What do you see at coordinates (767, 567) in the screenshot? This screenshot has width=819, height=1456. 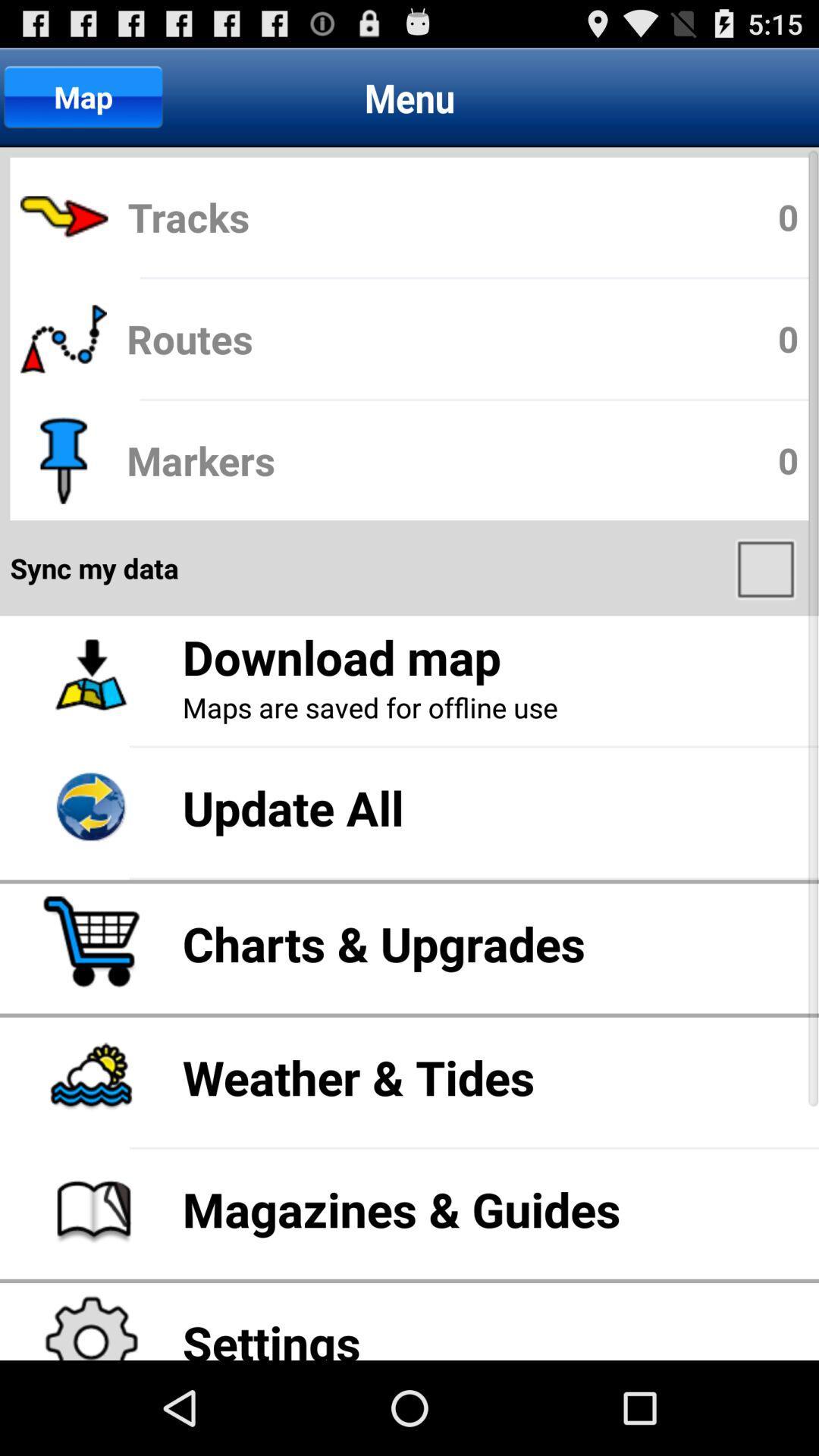 I see `the app next to the sync my data item` at bounding box center [767, 567].